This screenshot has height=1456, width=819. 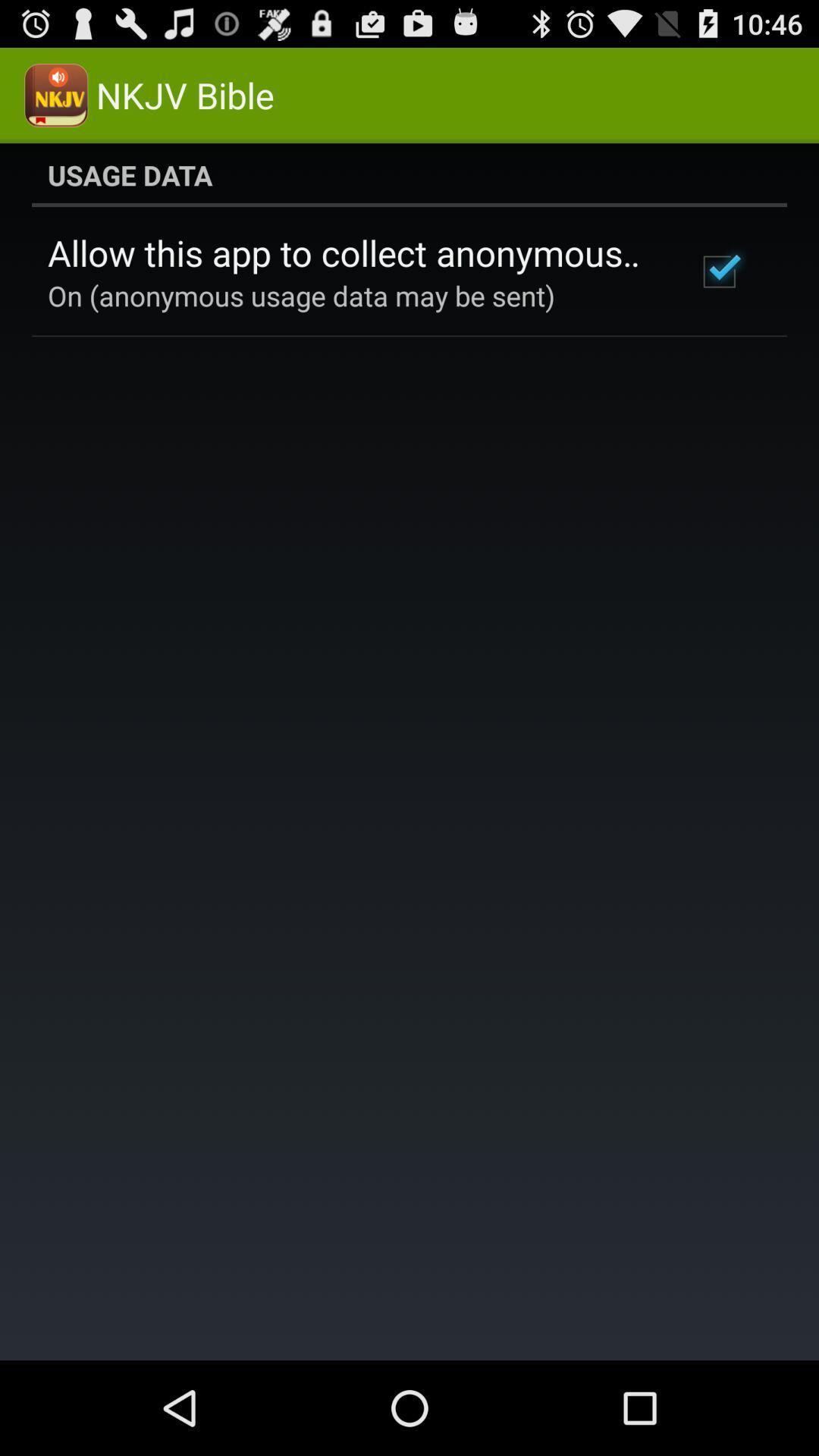 I want to click on item below usage data, so click(x=718, y=271).